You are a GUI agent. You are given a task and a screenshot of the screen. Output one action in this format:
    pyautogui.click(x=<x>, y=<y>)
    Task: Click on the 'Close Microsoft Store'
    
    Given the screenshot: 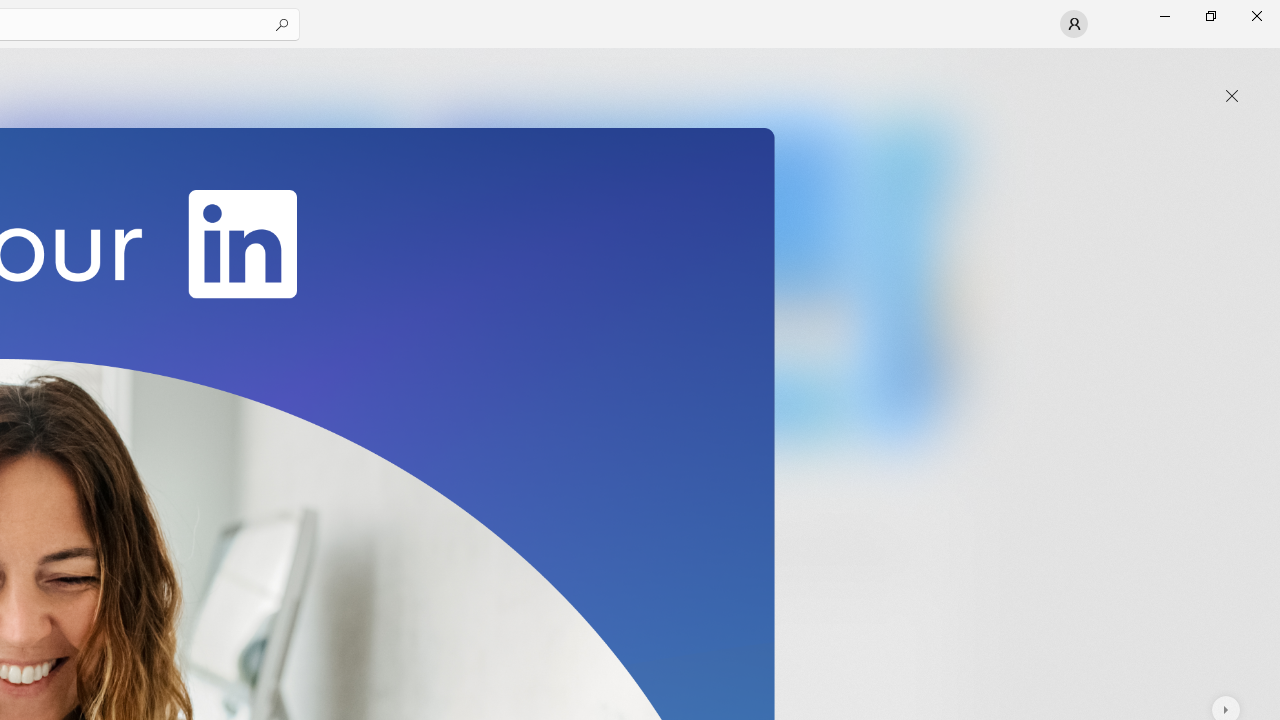 What is the action you would take?
    pyautogui.click(x=1255, y=15)
    